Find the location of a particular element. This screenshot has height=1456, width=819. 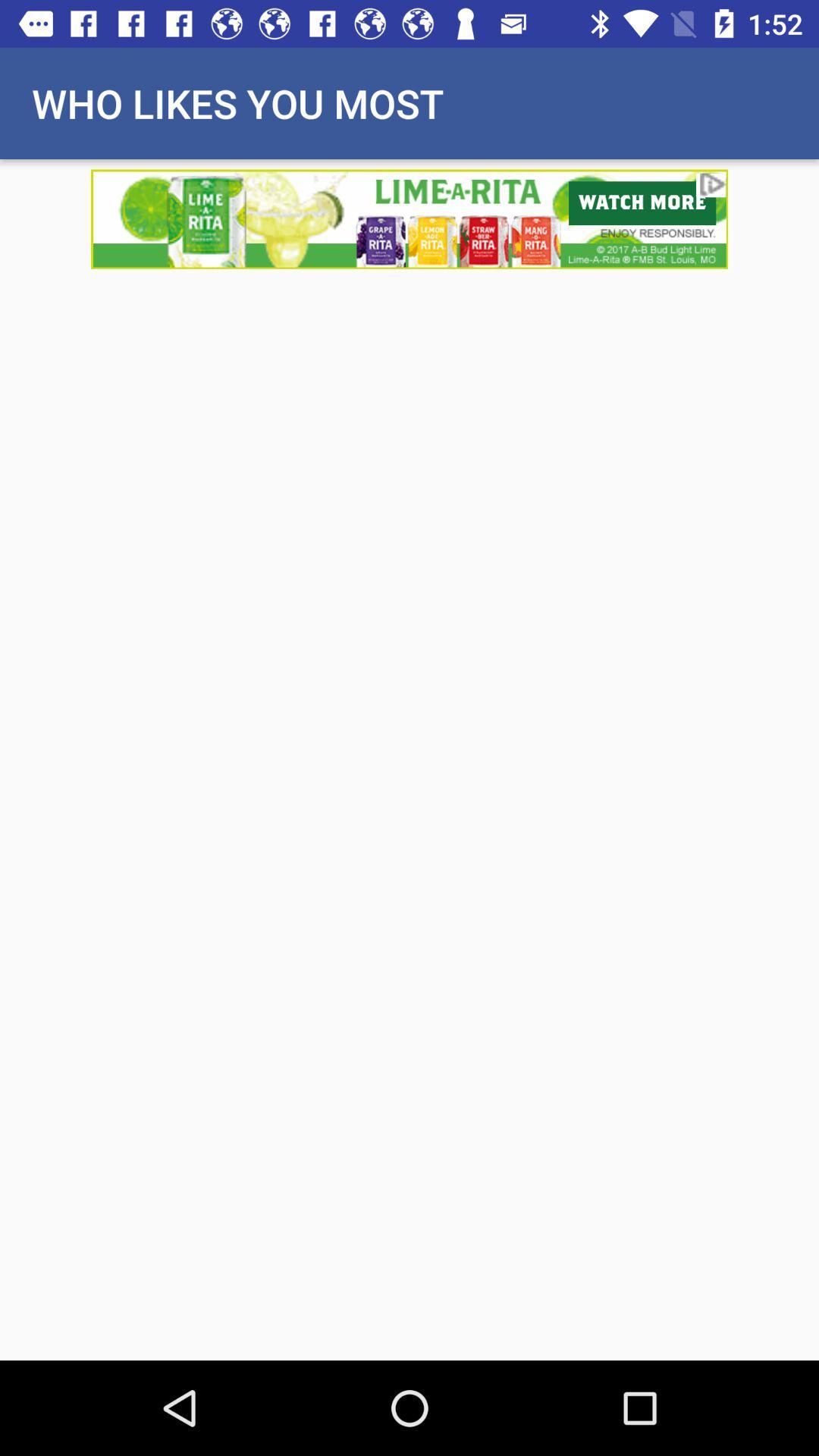

visit advertiser is located at coordinates (409, 218).